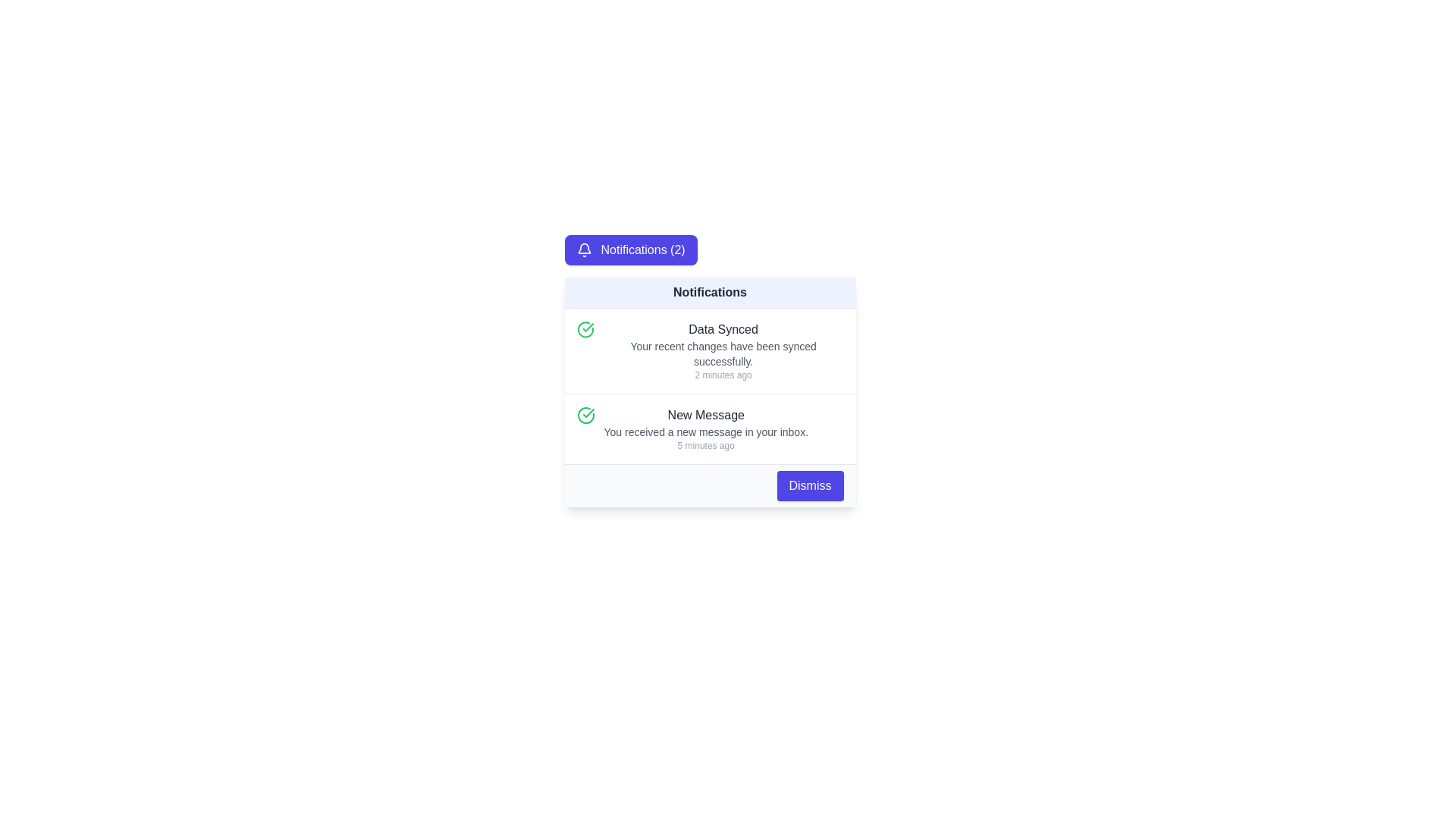 The width and height of the screenshot is (1456, 819). Describe the element at coordinates (809, 485) in the screenshot. I see `the 'Dismiss' button located at the lower right corner of the notification panel to observe the hover effect` at that location.